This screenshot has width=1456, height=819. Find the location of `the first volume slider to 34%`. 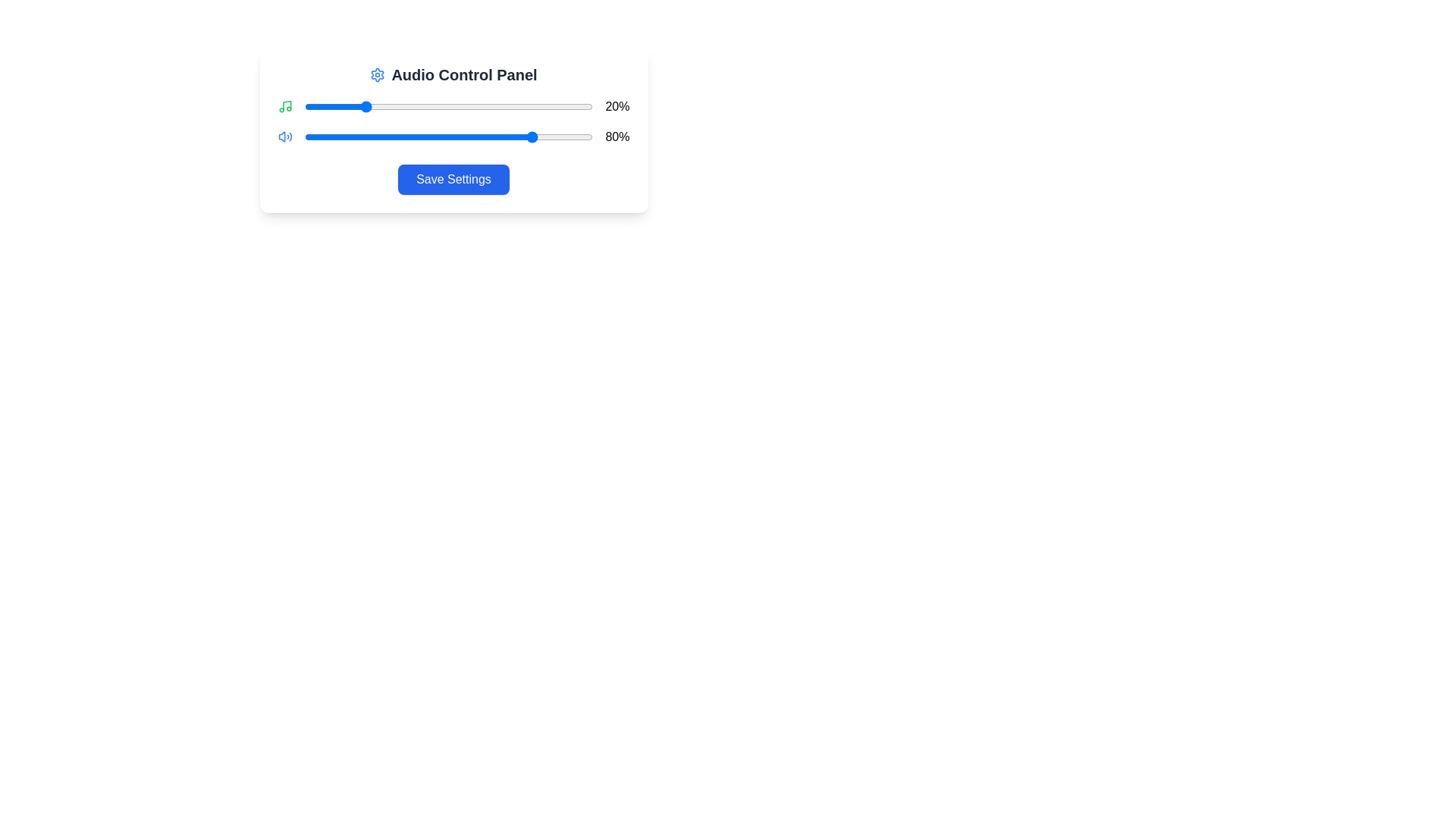

the first volume slider to 34% is located at coordinates (403, 106).